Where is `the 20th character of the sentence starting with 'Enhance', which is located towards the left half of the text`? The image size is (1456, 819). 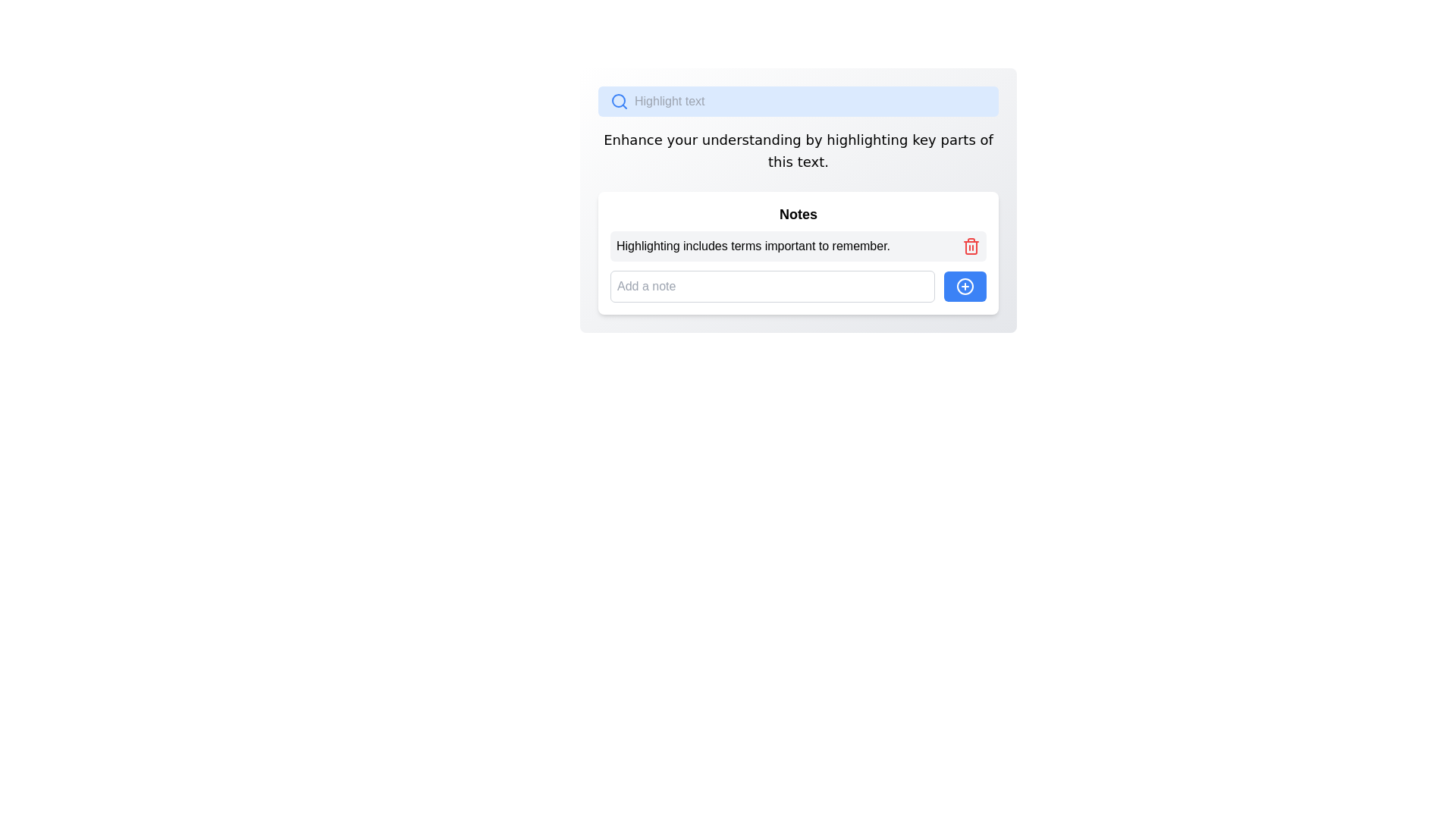
the 20th character of the sentence starting with 'Enhance', which is located towards the left half of the text is located at coordinates (686, 140).